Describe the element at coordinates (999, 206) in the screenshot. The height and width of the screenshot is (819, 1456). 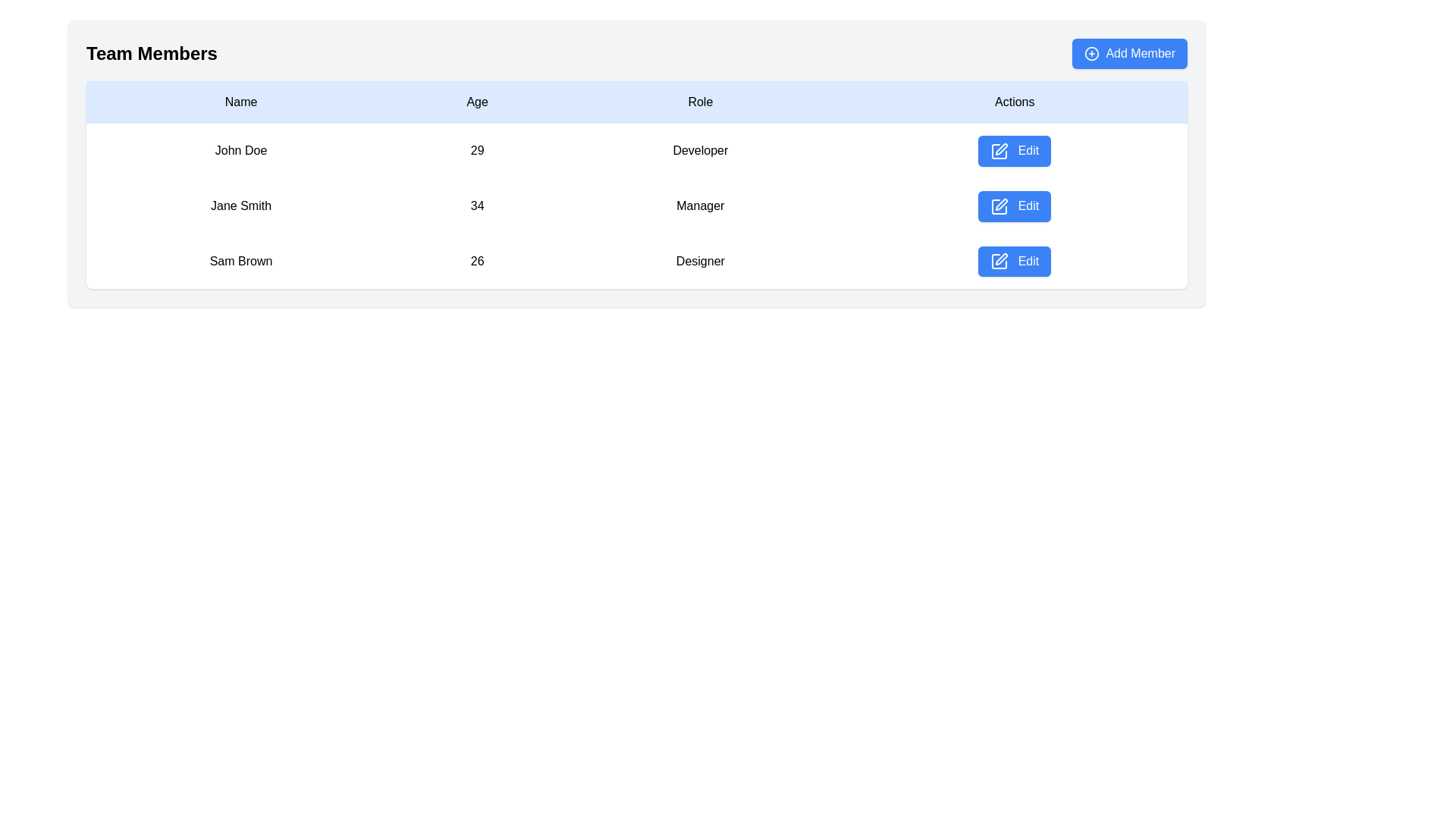
I see `the edit icon button for 'Jane Smith', the Manager, located` at that location.